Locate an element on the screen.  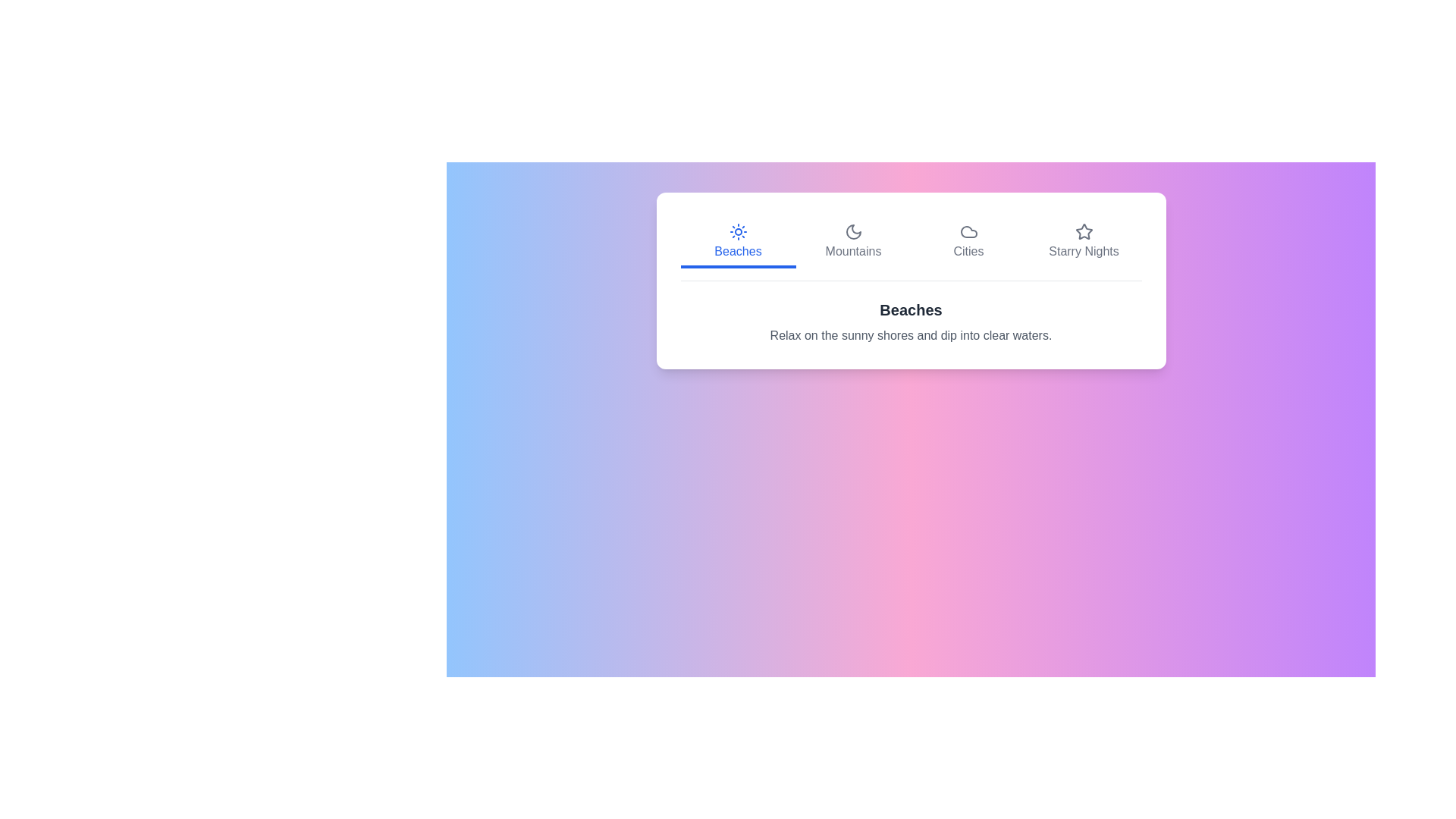
the category Cities by clicking its button is located at coordinates (968, 242).